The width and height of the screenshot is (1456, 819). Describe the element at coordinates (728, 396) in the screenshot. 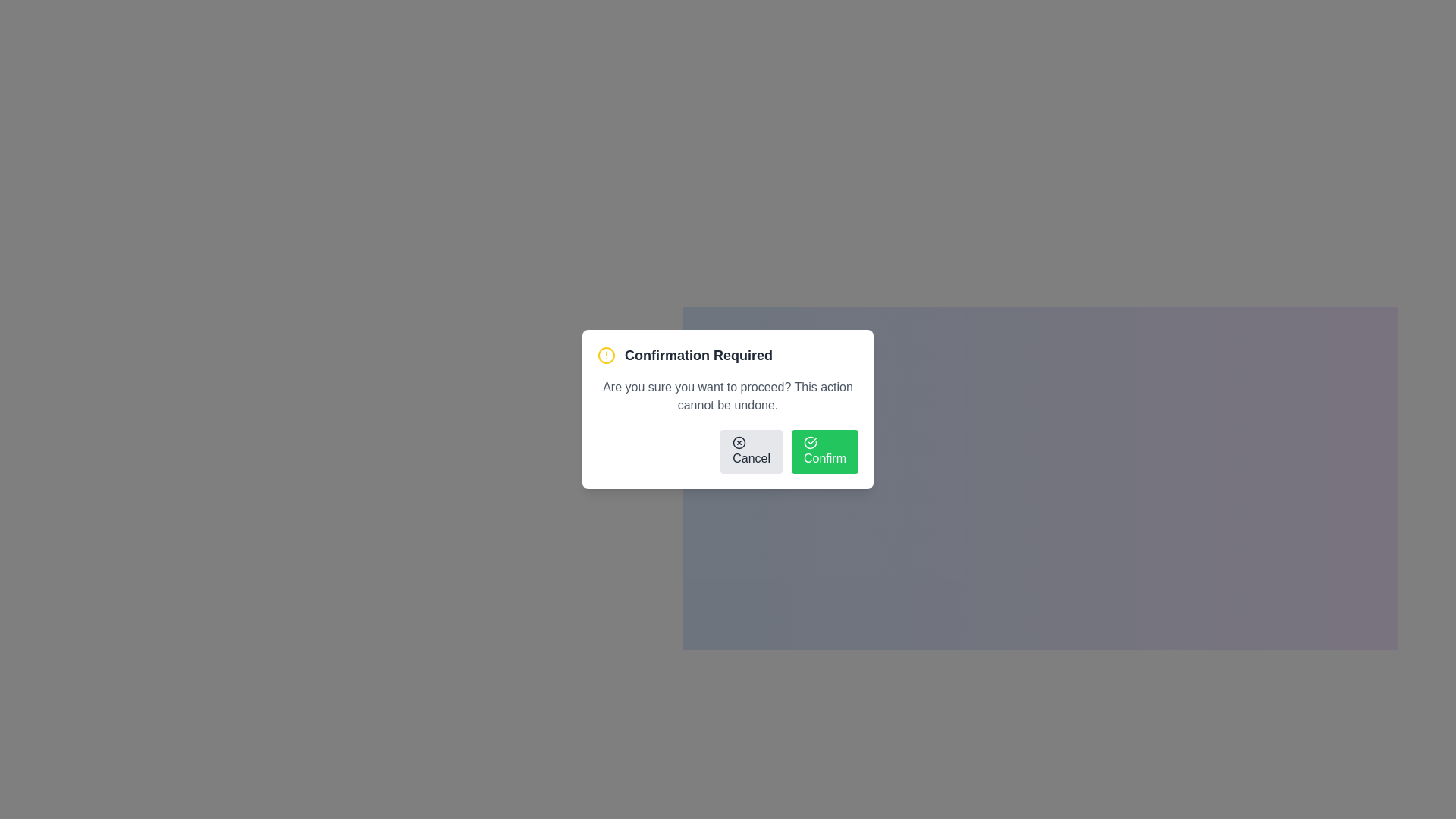

I see `the text block containing the message 'Are you sure you want to proceed? This action cannot be undone.' in the confirmation dialog` at that location.